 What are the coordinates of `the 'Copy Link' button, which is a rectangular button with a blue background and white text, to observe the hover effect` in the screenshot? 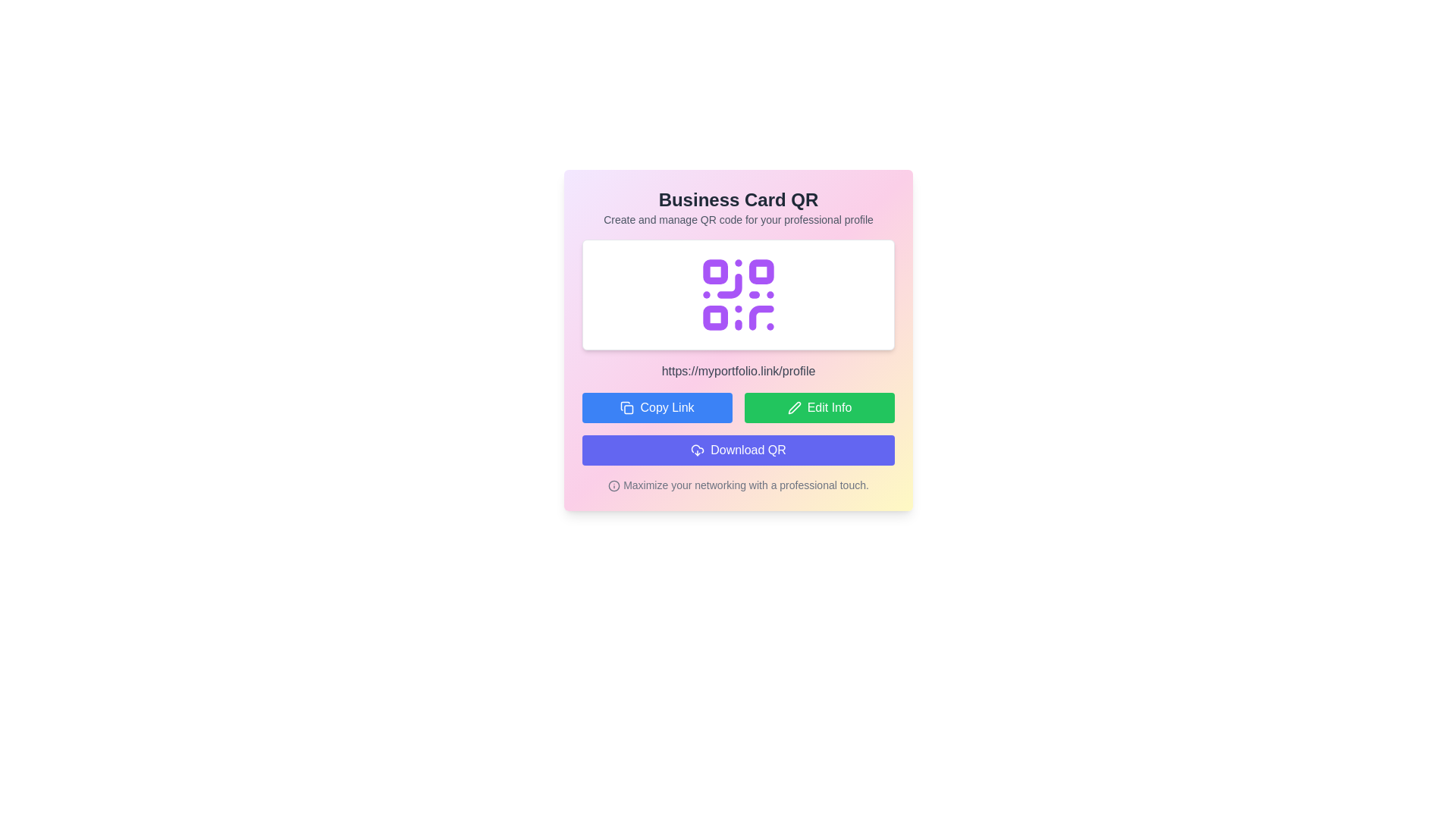 It's located at (657, 406).